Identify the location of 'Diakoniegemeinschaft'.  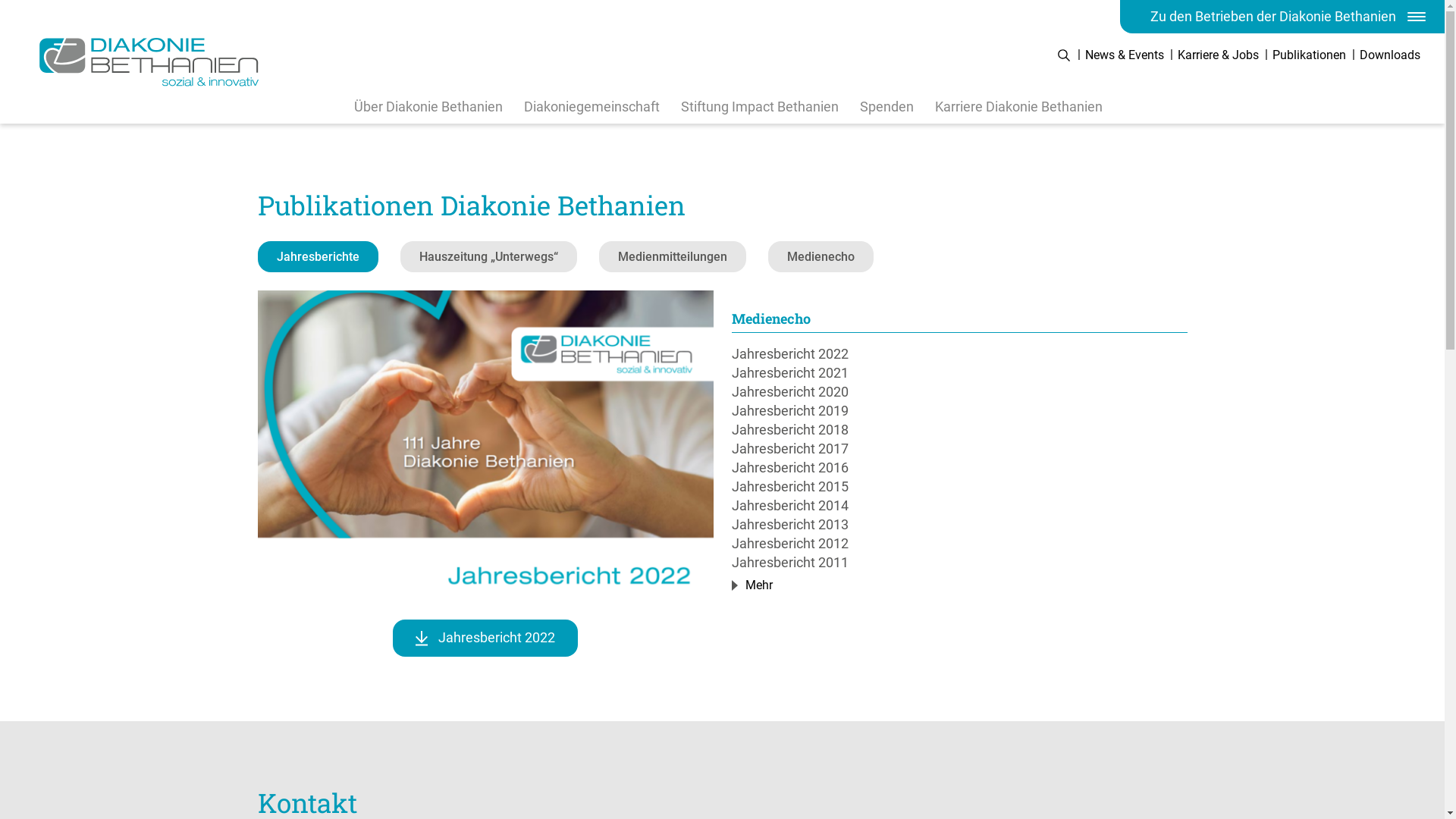
(590, 105).